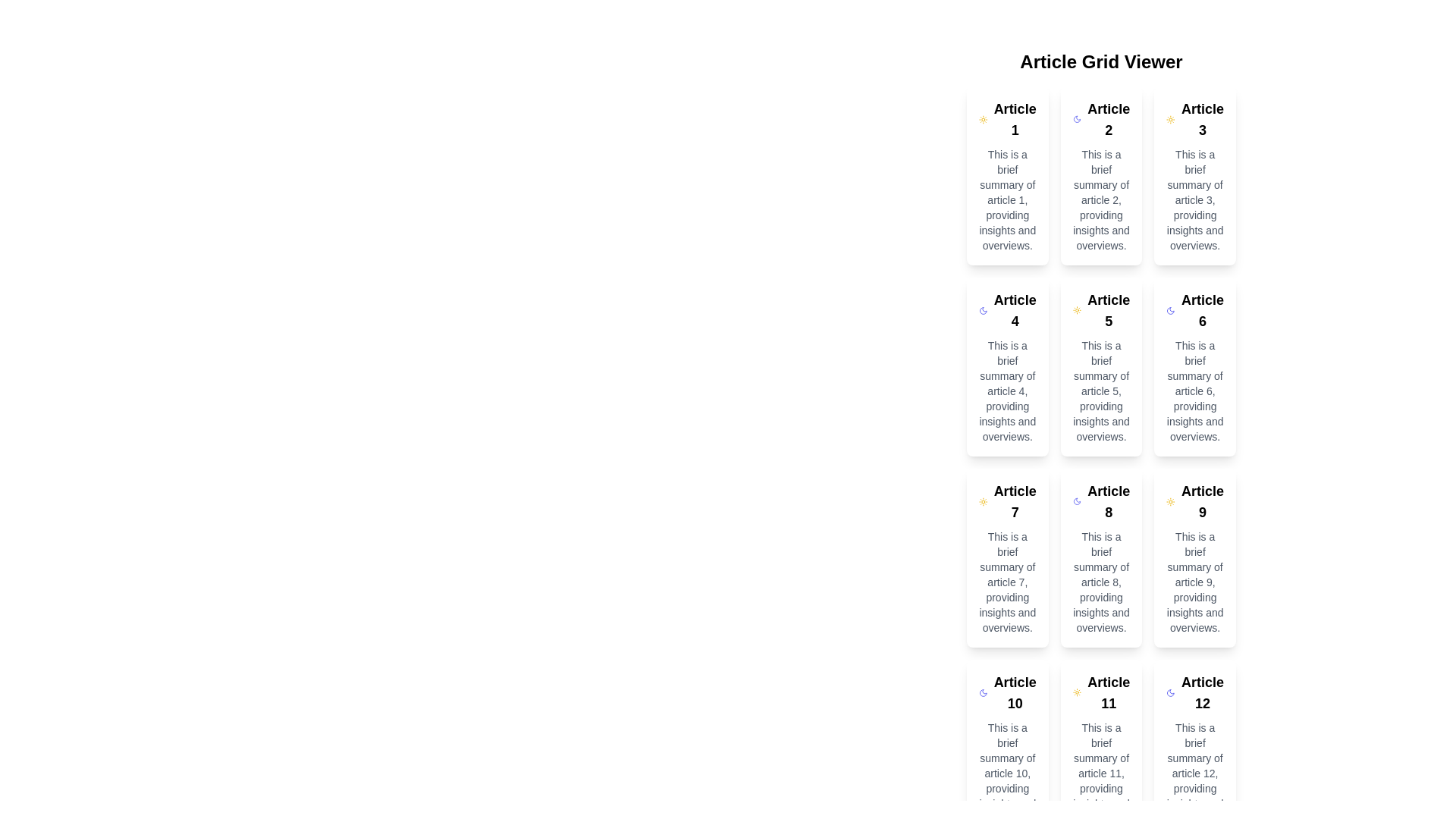  Describe the element at coordinates (1101, 366) in the screenshot. I see `the information card displaying the title 'Article 5', which is the fifth card in the grid layout, located in the second row and the middle card of that row` at that location.